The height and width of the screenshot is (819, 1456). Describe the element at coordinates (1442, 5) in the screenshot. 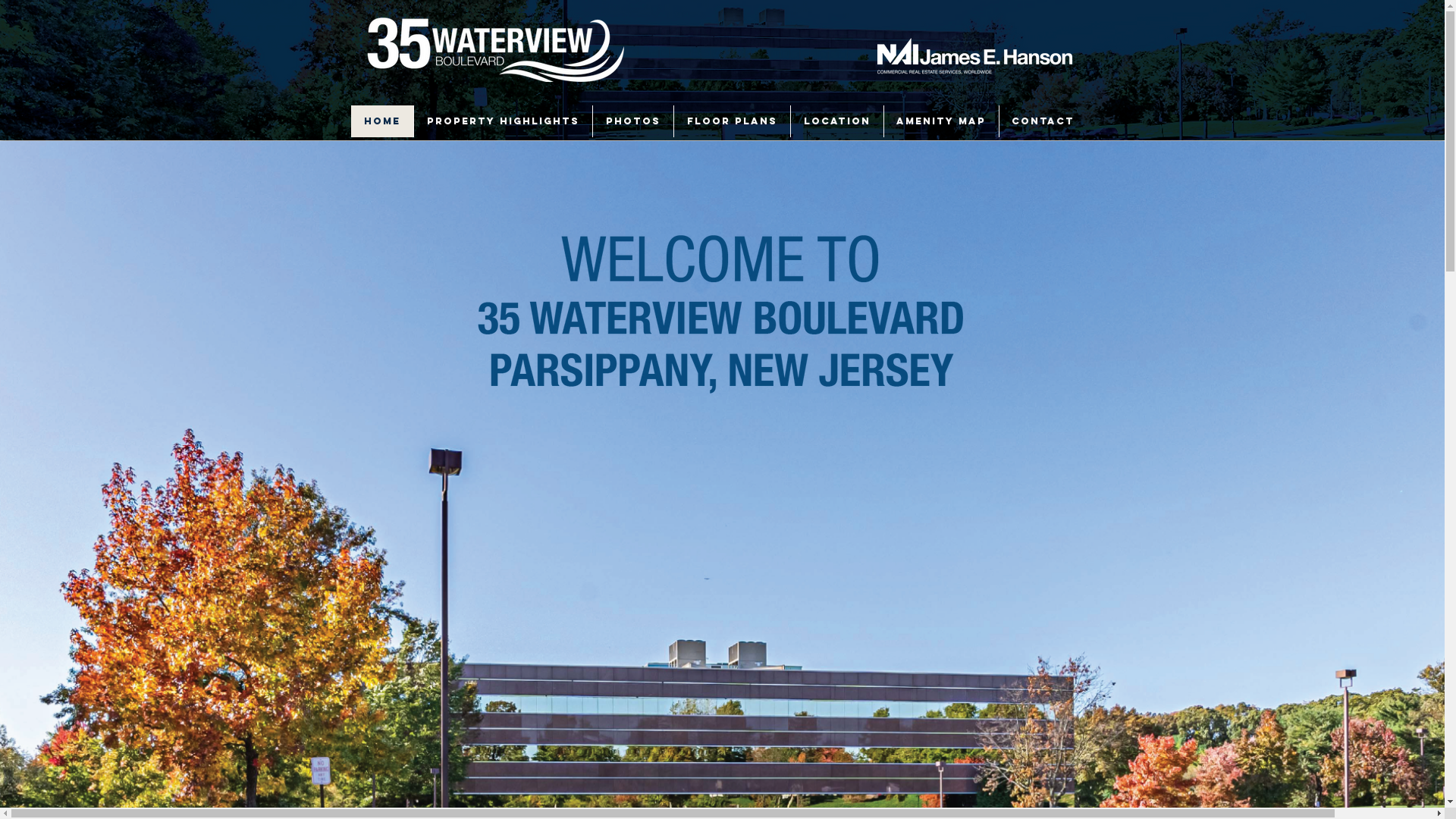

I see `'TWIPLA (Visitor Analytics)'` at that location.